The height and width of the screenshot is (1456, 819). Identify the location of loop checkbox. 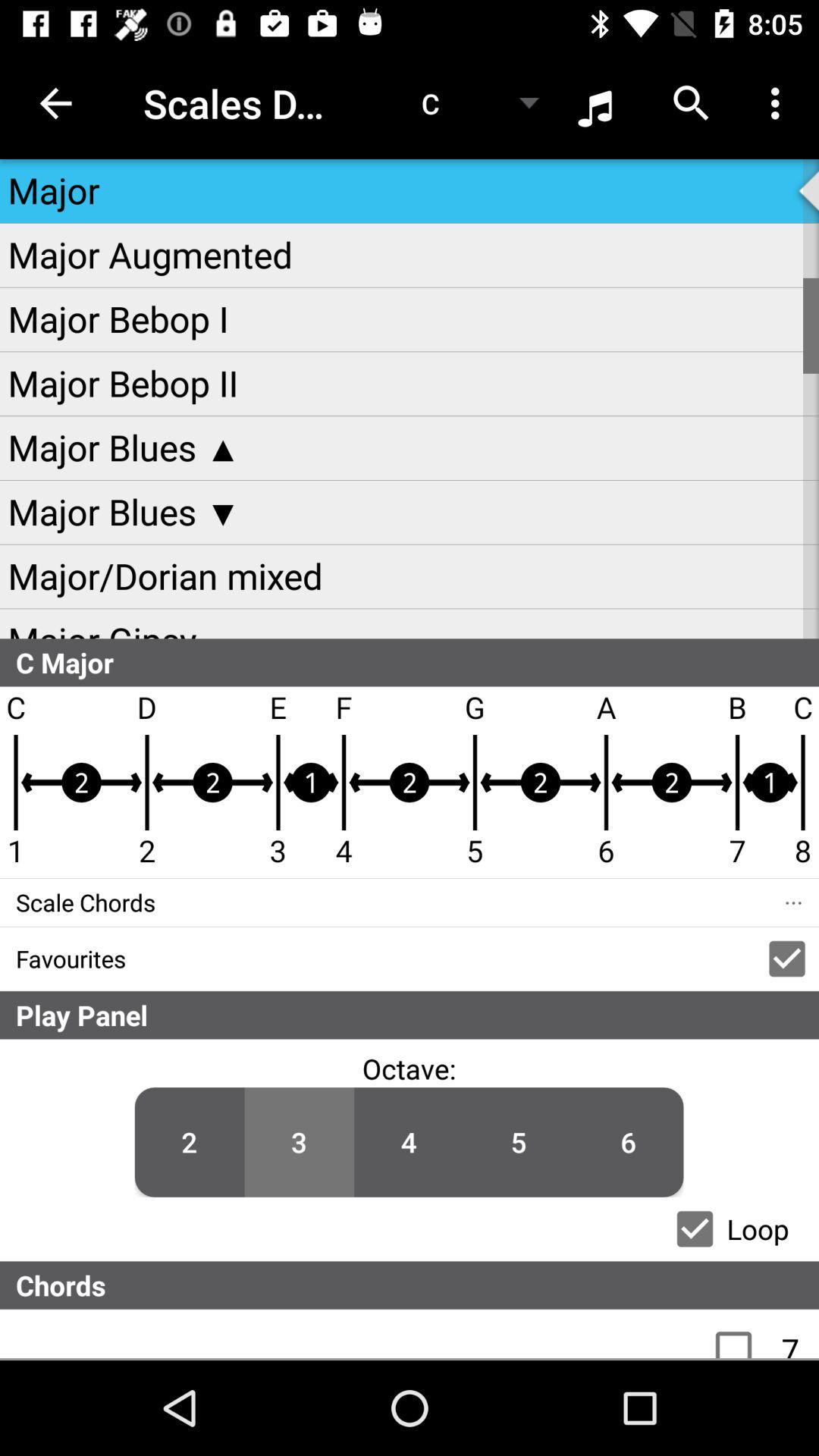
(695, 1228).